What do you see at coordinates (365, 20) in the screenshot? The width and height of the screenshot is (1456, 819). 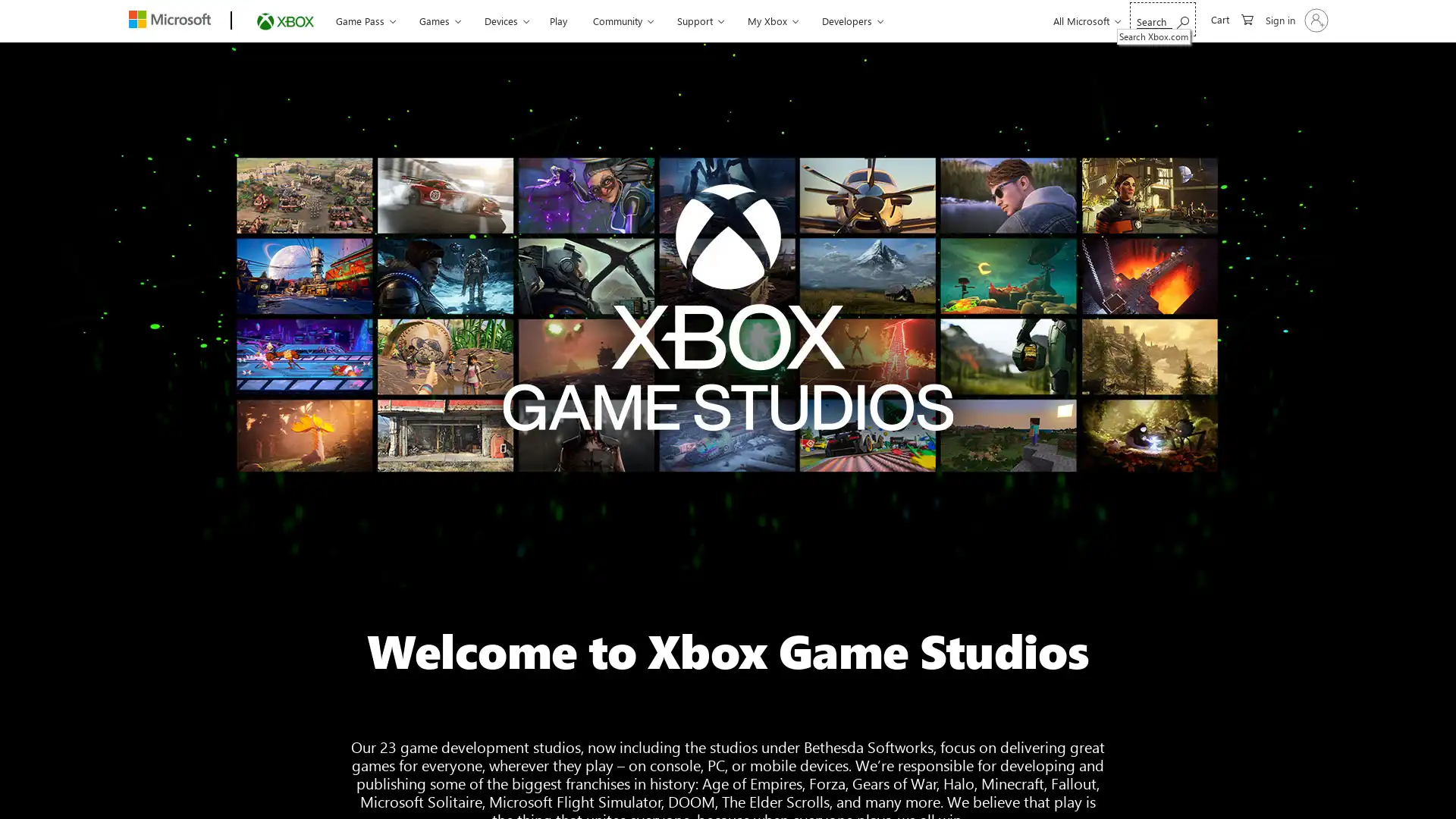 I see `Game Pass` at bounding box center [365, 20].